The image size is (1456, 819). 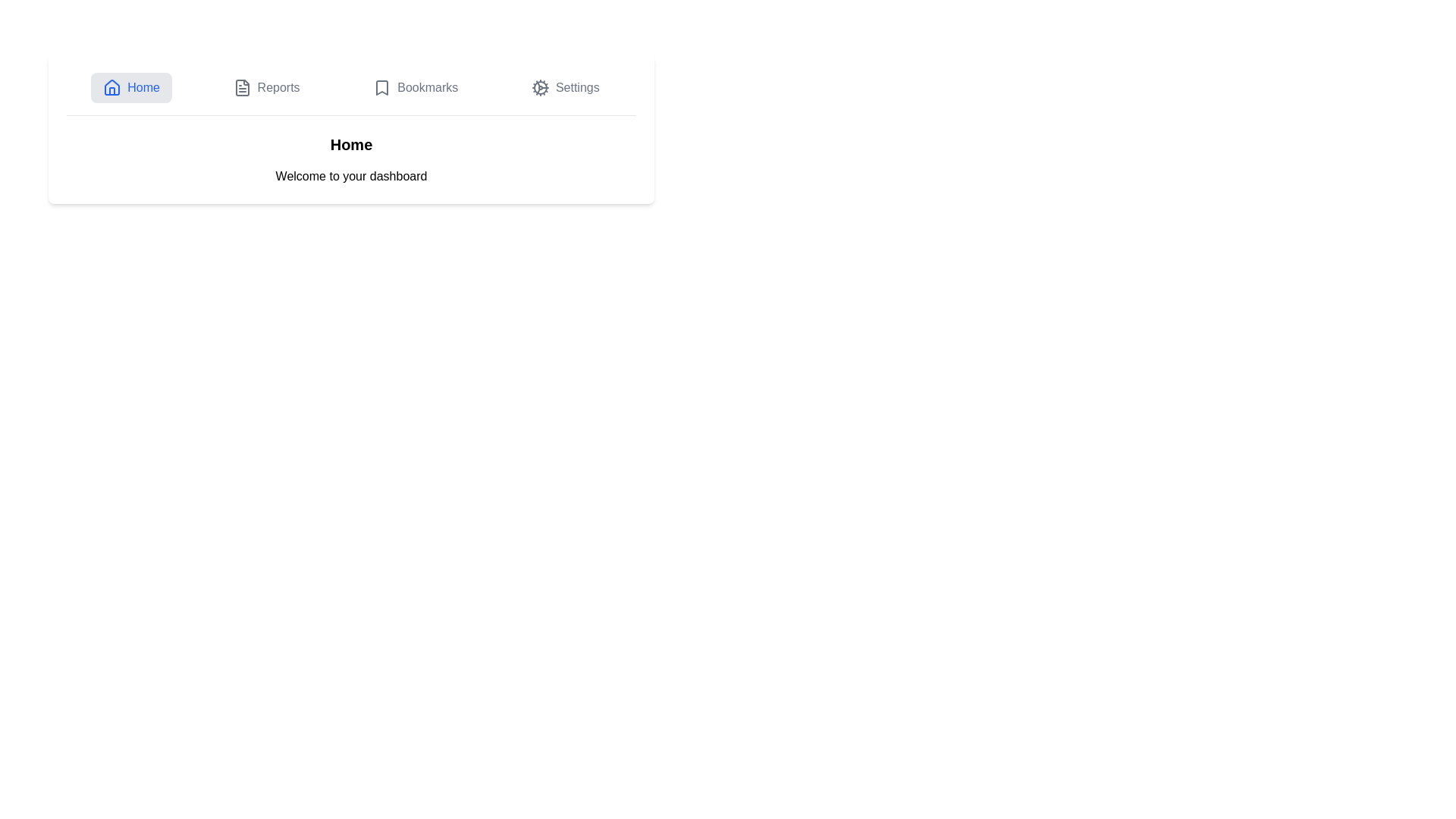 I want to click on the third clickable navigation tab labeled 'Bookmarks', which features a bookmark icon on the left, so click(x=416, y=87).